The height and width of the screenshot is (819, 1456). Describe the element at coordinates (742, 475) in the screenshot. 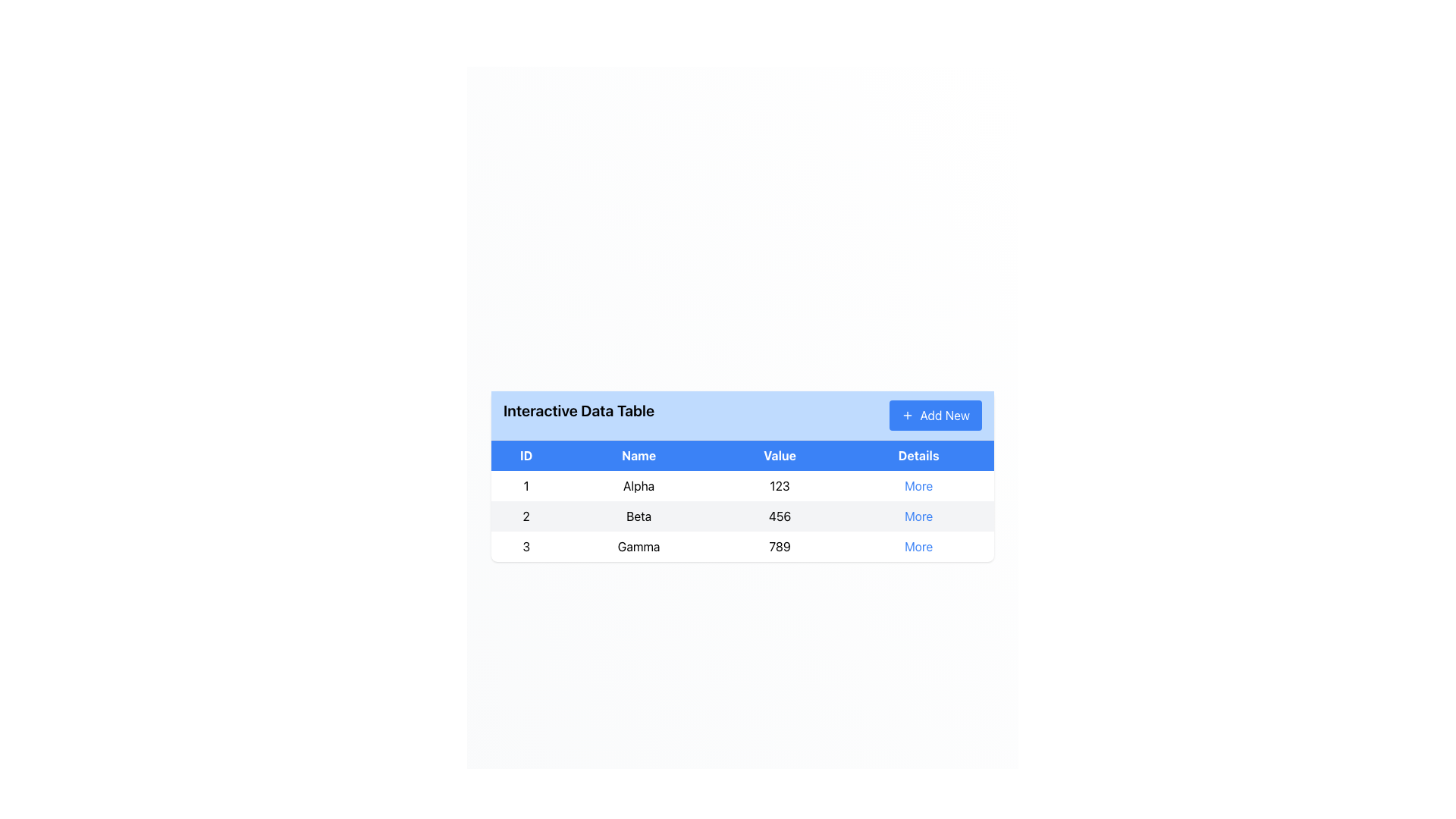

I see `the interactive data table located at the center of the visible interface` at that location.